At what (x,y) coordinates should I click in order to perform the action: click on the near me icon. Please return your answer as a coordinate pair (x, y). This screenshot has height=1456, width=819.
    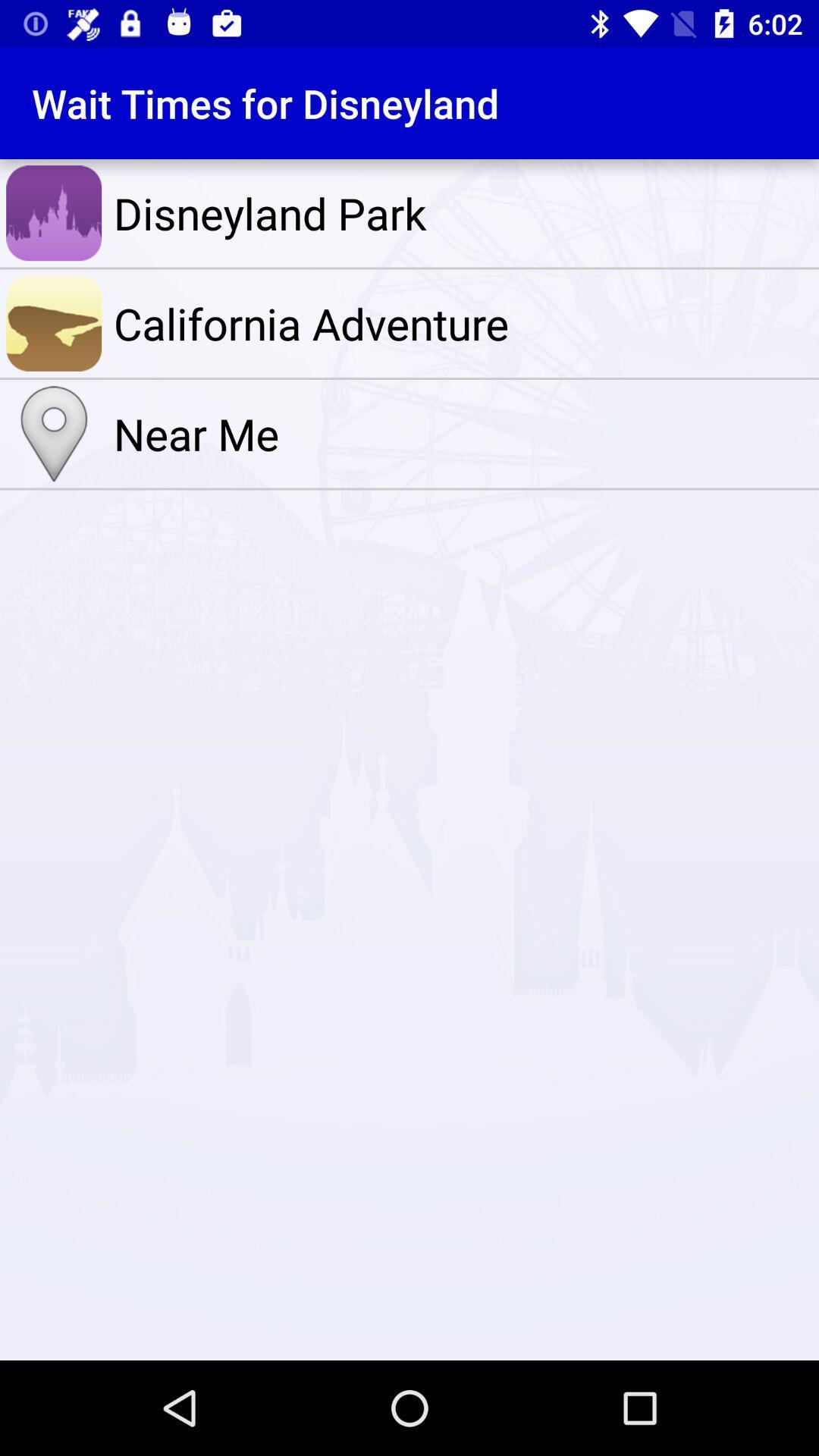
    Looking at the image, I should click on (462, 433).